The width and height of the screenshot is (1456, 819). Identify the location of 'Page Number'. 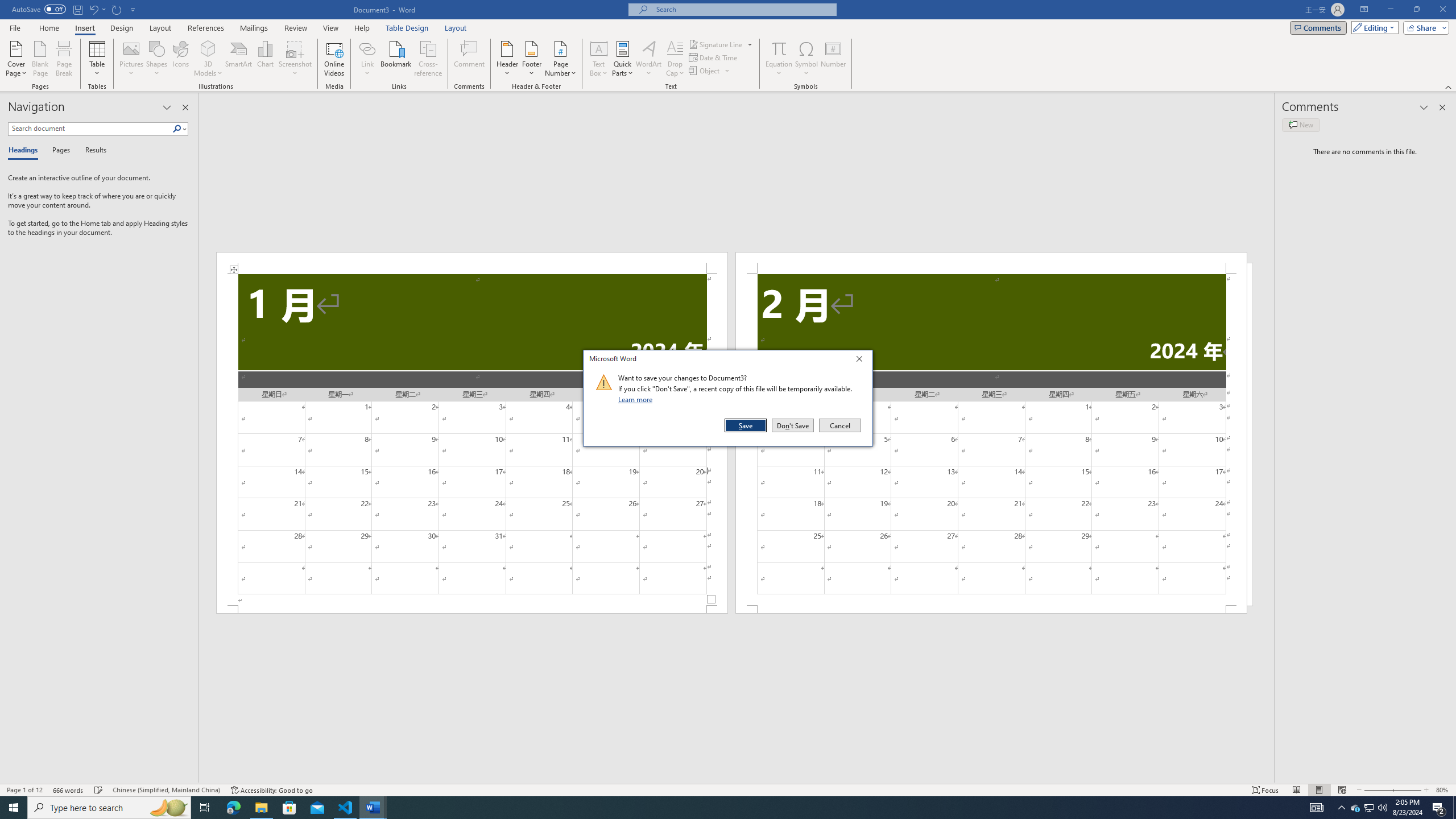
(560, 59).